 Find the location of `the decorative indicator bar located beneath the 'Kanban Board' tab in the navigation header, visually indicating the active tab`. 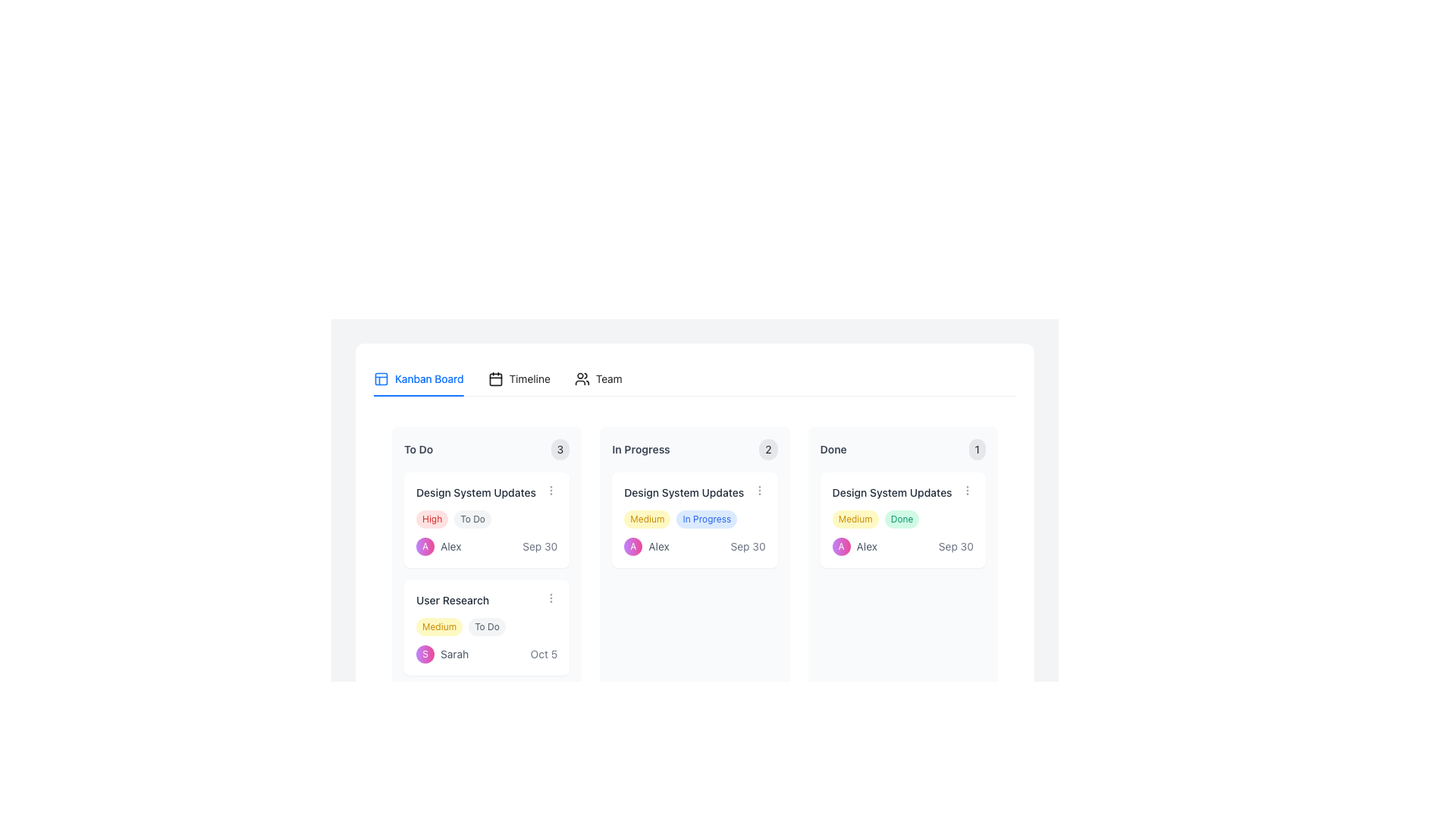

the decorative indicator bar located beneath the 'Kanban Board' tab in the navigation header, visually indicating the active tab is located at coordinates (419, 394).